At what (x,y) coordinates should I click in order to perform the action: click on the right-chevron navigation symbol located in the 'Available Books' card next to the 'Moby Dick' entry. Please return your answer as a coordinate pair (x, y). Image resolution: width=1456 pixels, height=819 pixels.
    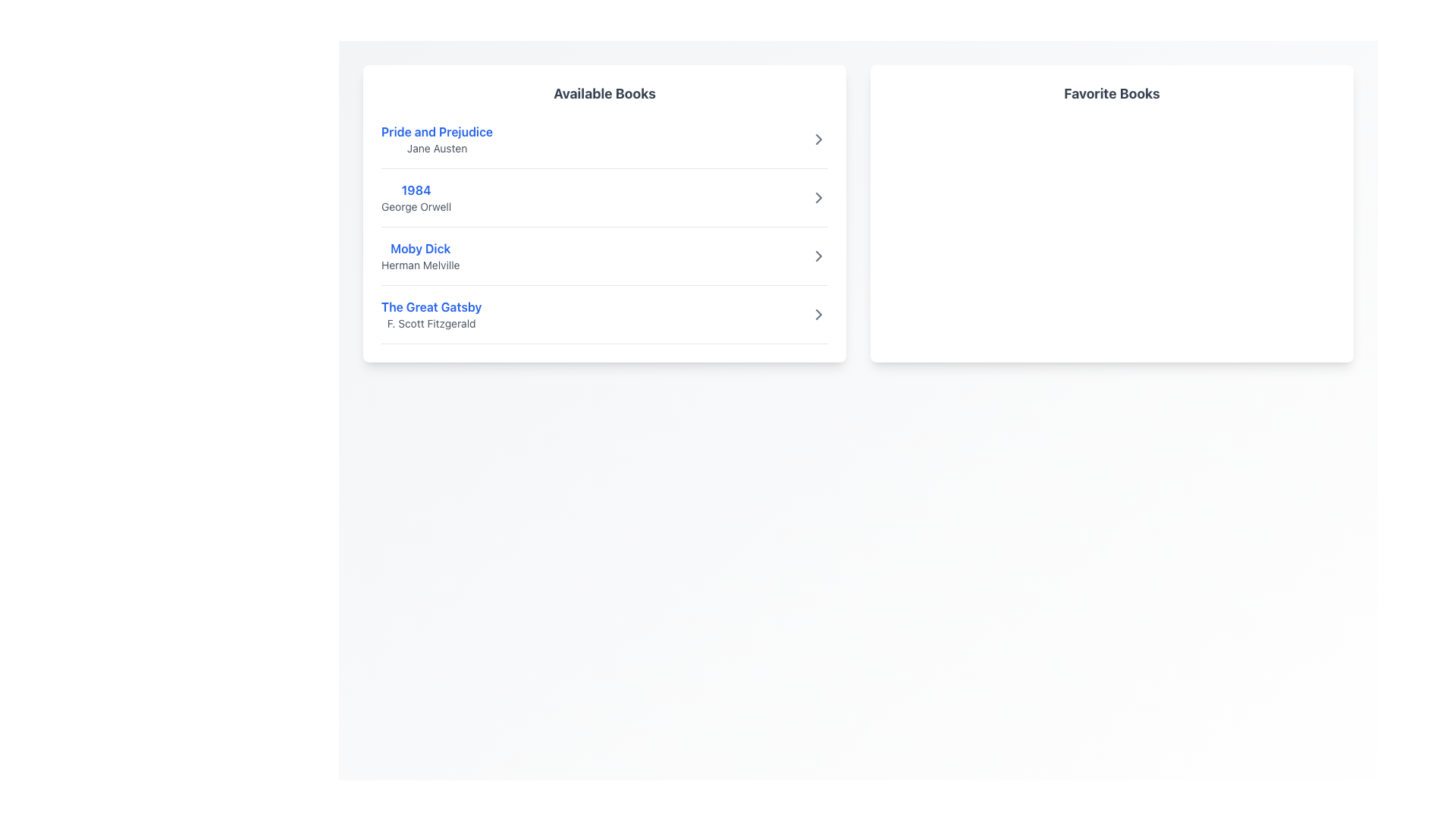
    Looking at the image, I should click on (818, 256).